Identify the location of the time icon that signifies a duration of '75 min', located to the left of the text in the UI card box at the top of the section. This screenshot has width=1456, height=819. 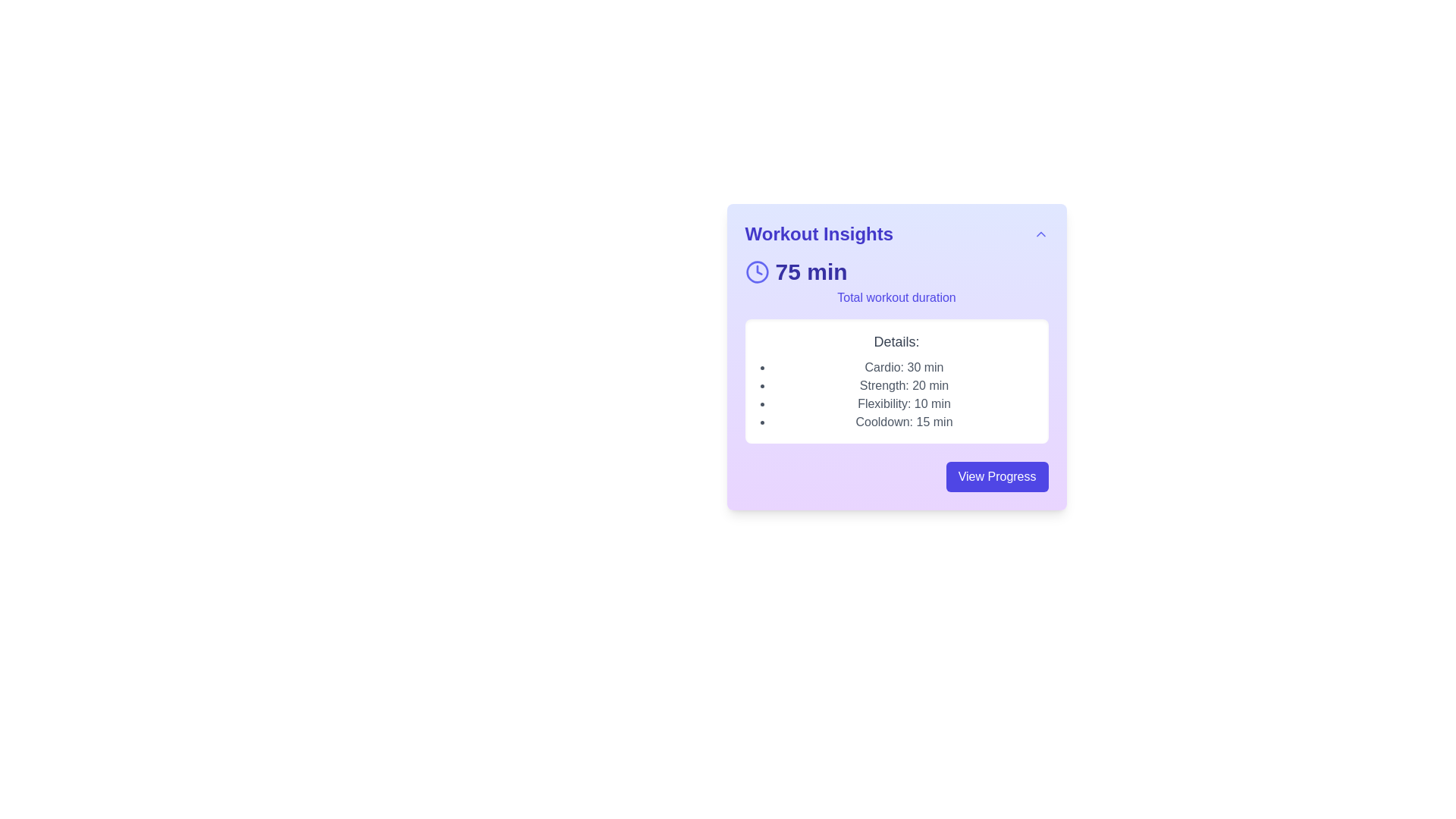
(757, 271).